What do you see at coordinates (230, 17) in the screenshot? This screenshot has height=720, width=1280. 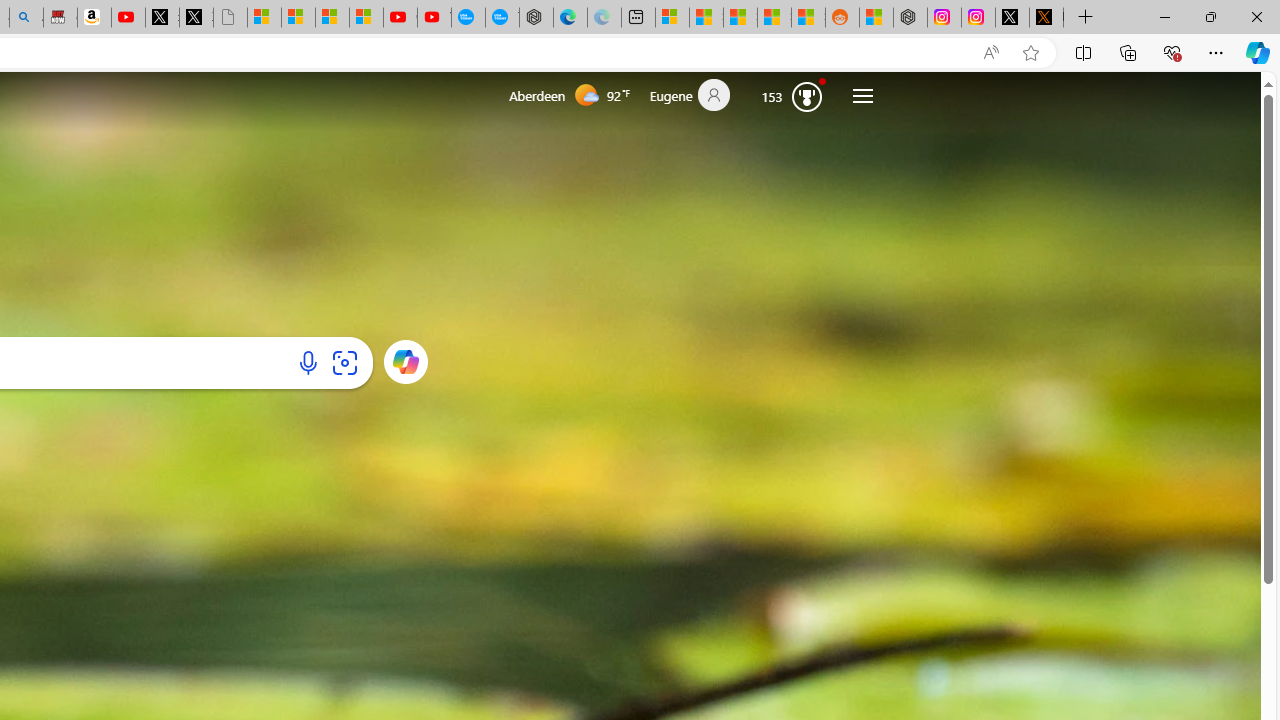 I see `'Untitled'` at bounding box center [230, 17].